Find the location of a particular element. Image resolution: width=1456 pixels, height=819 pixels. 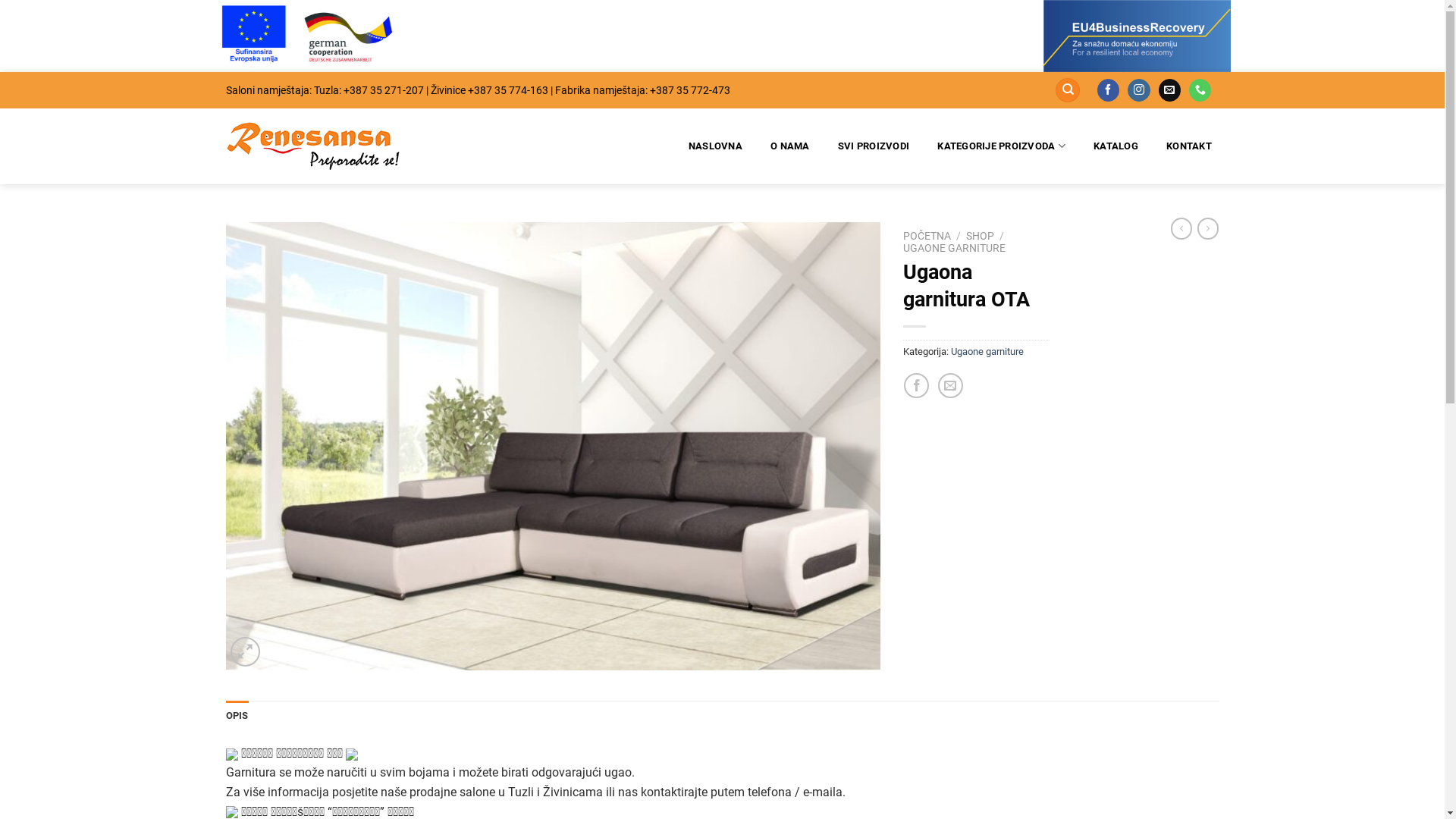

'KATALOG' is located at coordinates (1116, 146).